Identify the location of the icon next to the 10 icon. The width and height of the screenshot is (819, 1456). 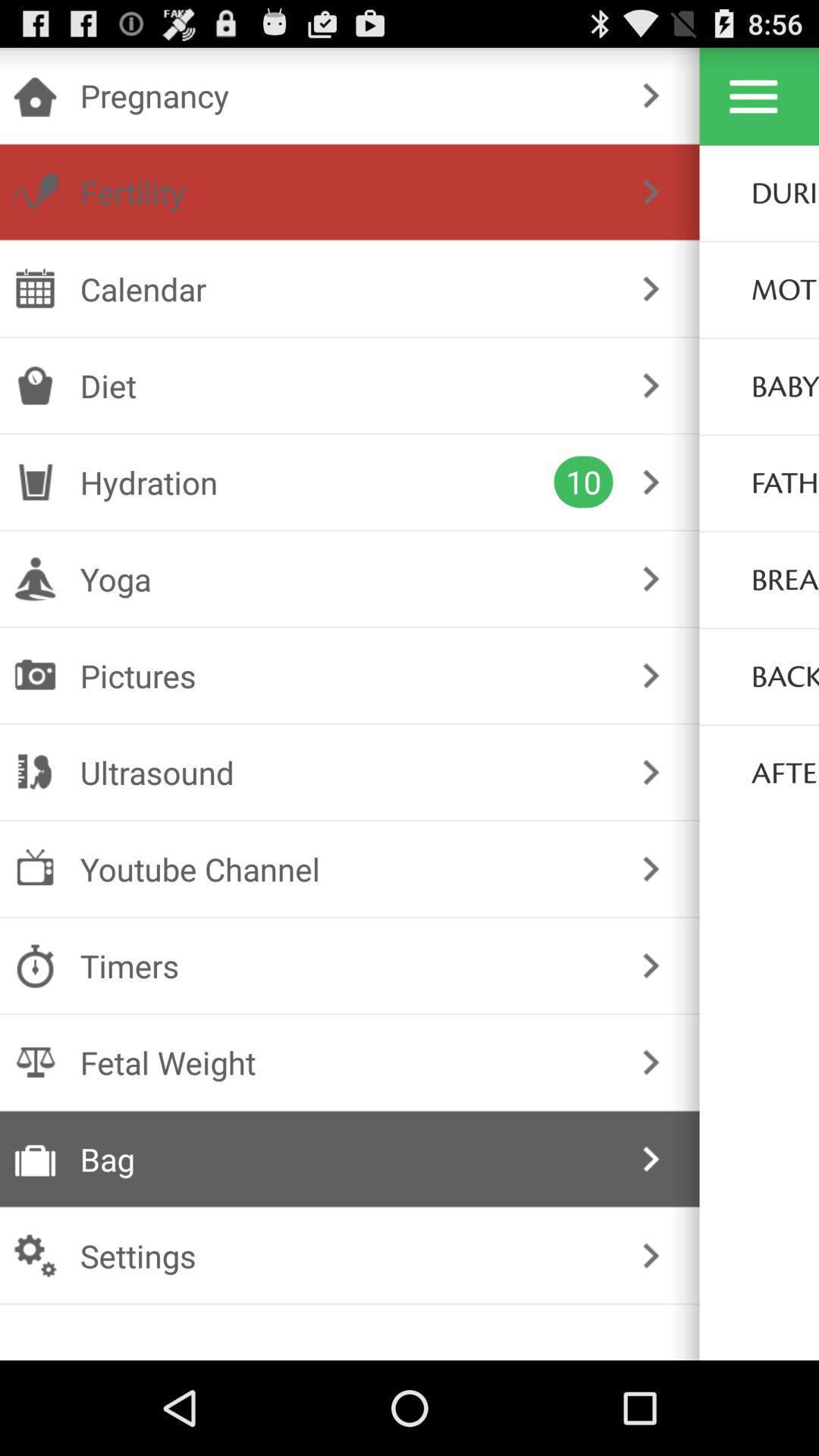
(316, 481).